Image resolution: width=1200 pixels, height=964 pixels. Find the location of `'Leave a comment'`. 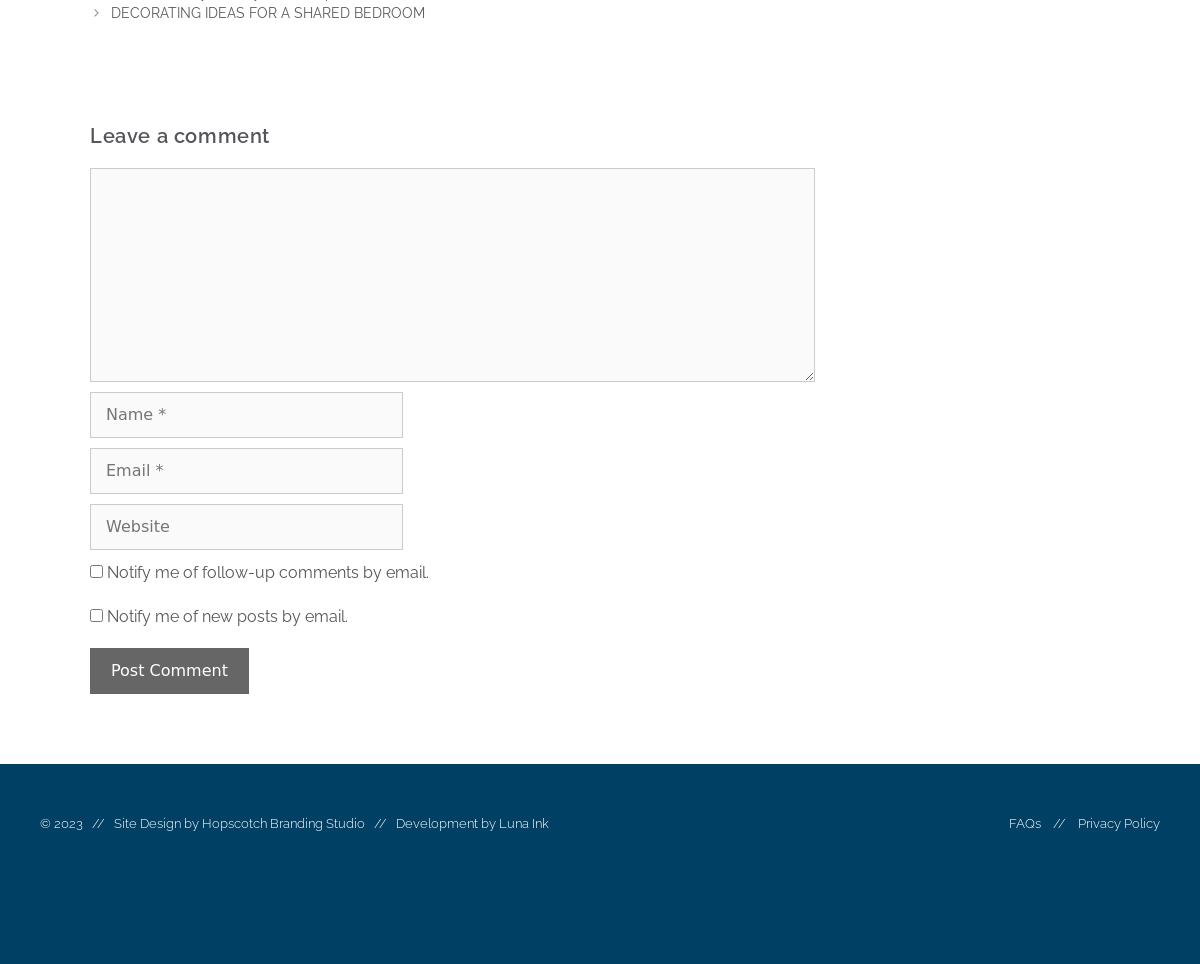

'Leave a comment' is located at coordinates (179, 136).